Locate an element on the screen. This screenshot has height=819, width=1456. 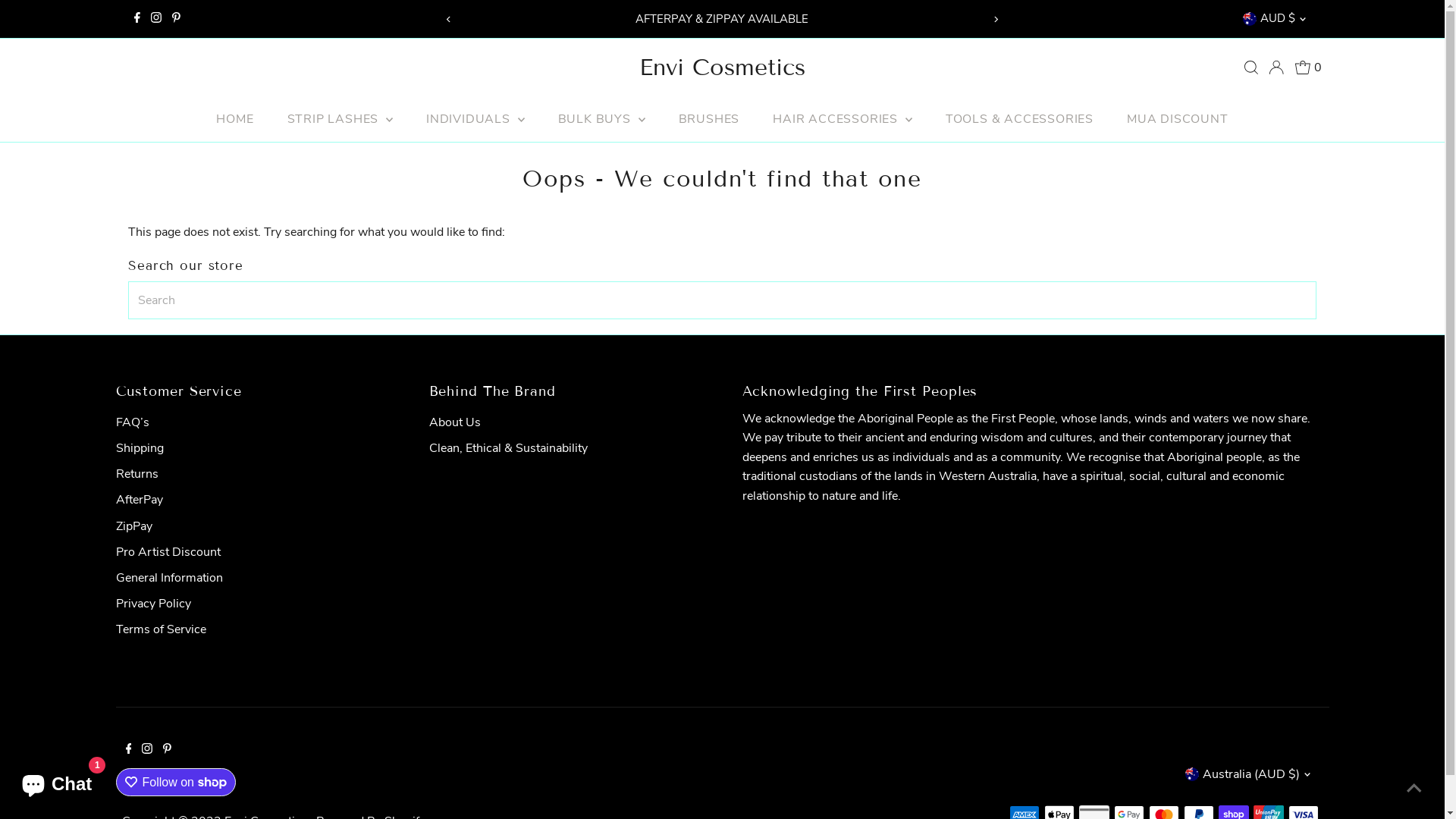
'Privacy Policy' is located at coordinates (152, 602).